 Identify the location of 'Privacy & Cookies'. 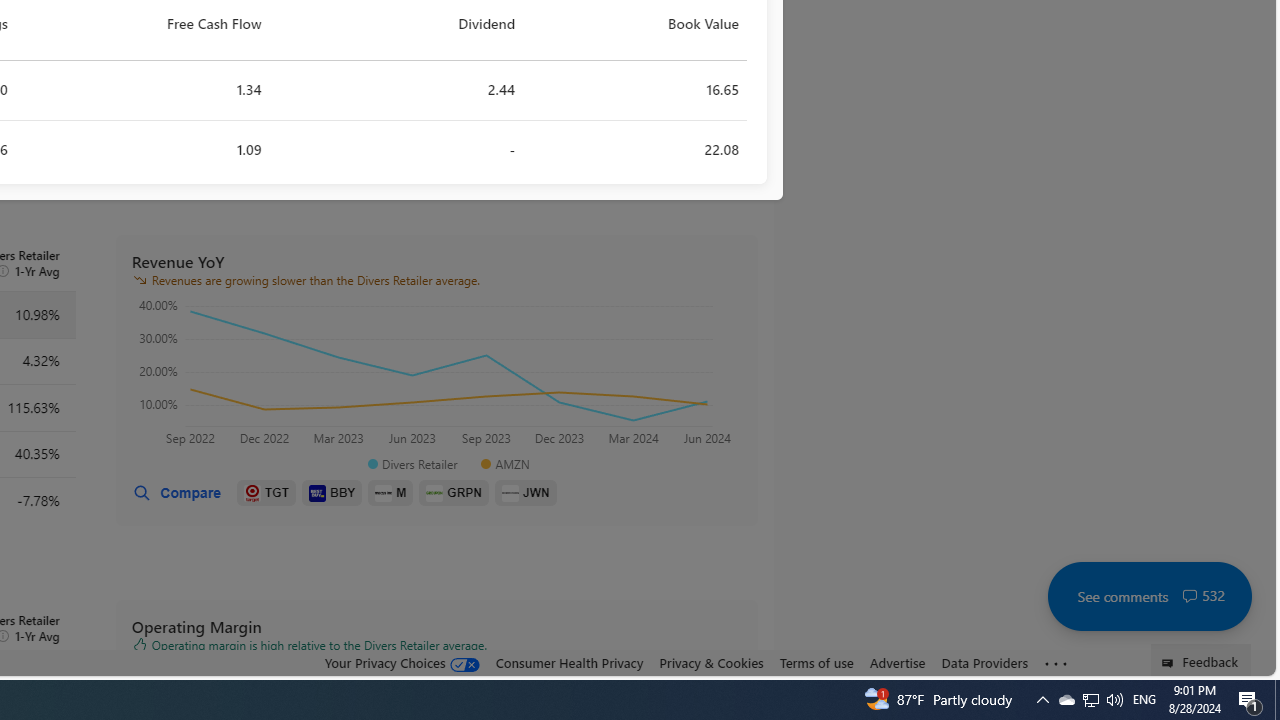
(711, 663).